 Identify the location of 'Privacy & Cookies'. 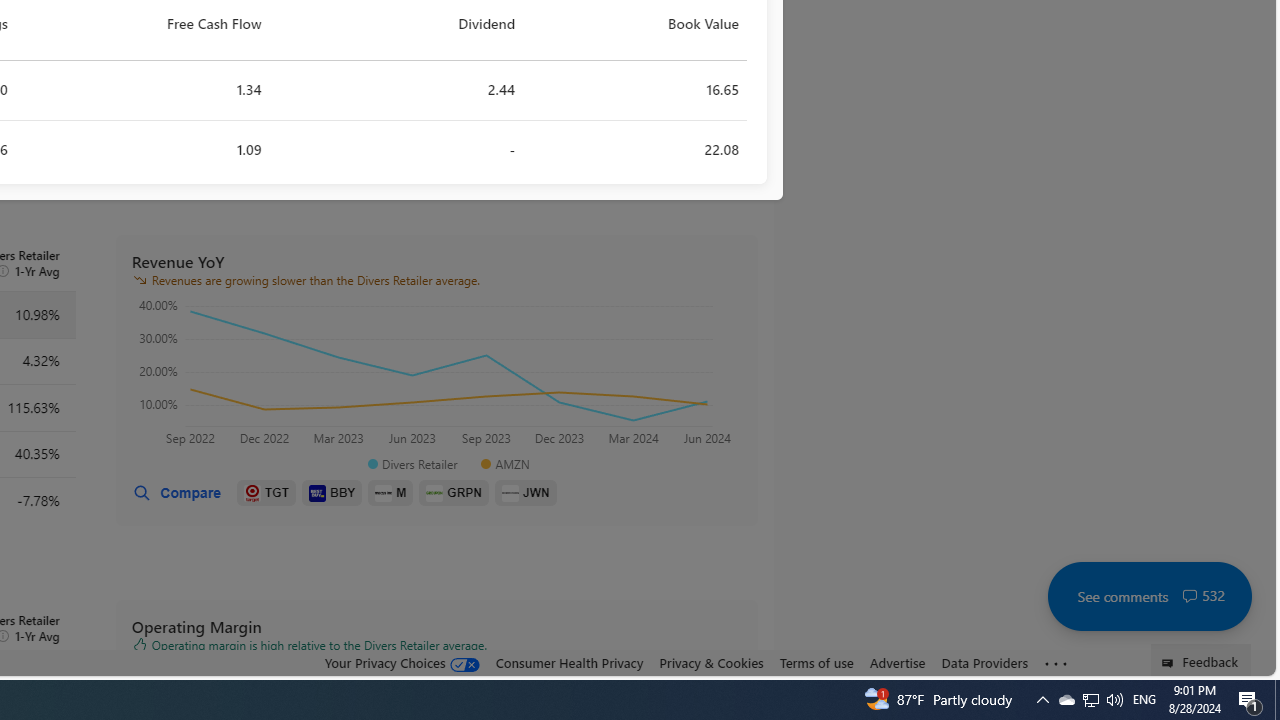
(711, 663).